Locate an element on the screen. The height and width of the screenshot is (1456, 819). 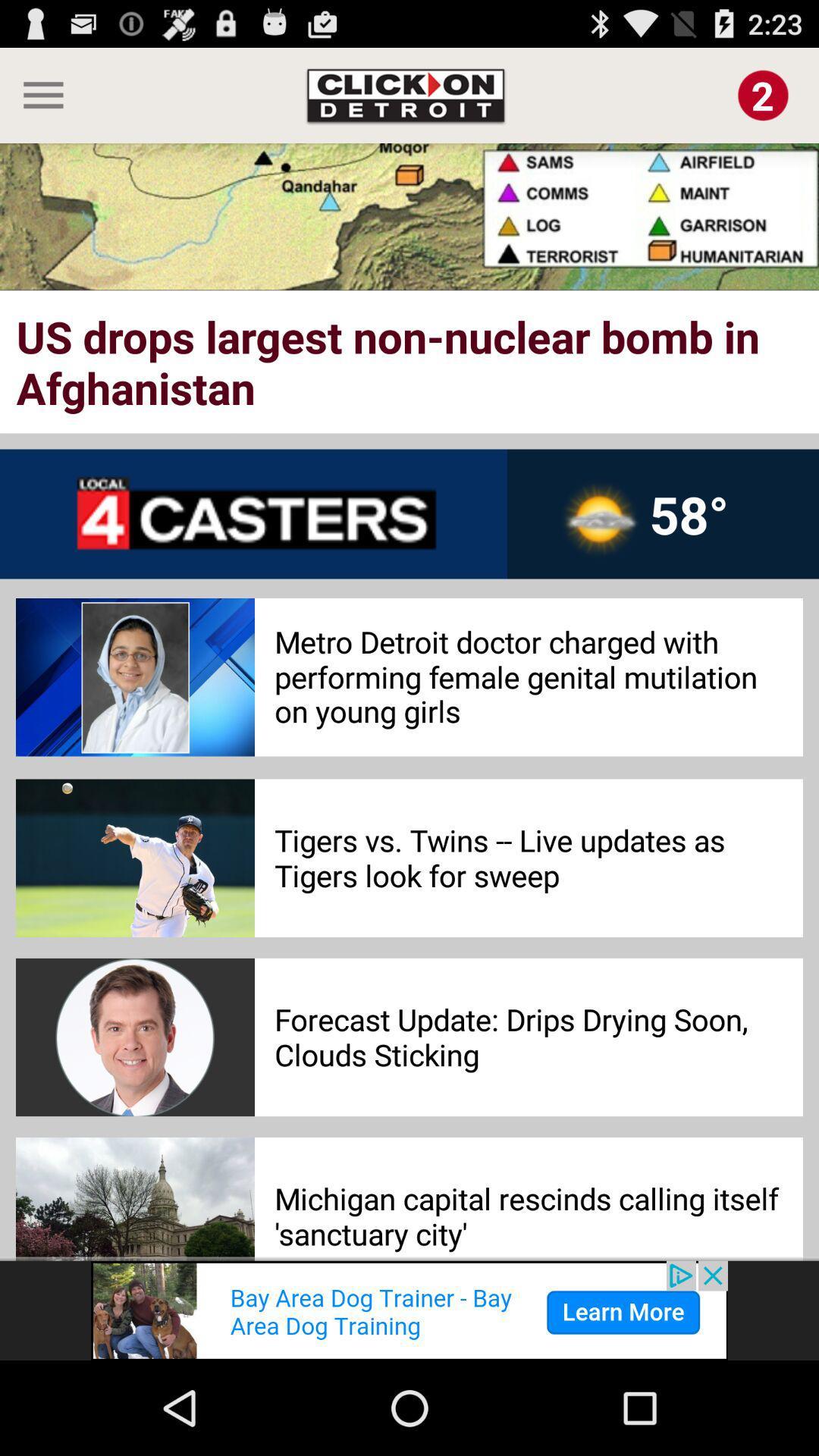
the image is located at coordinates (763, 94).